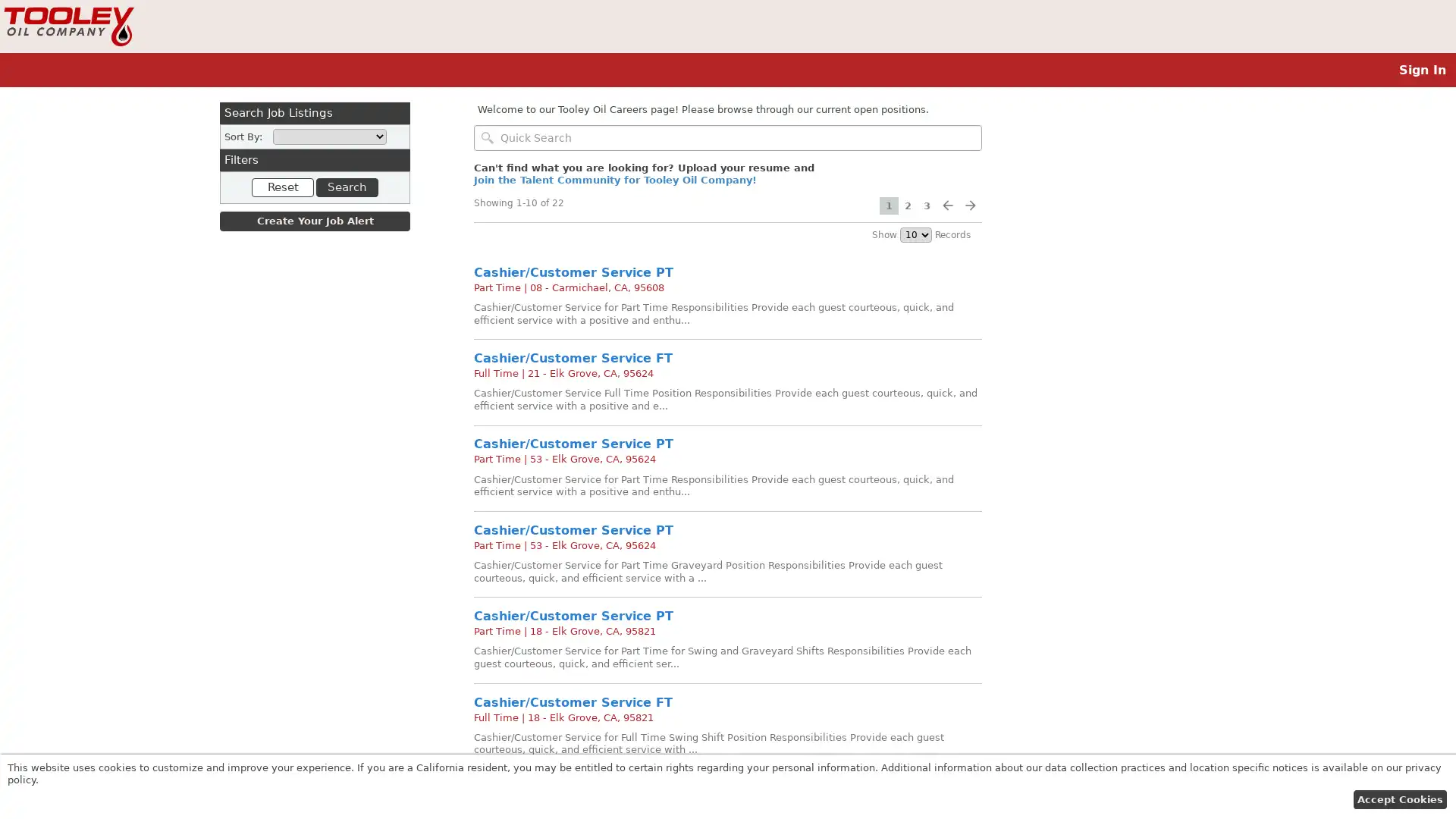 The width and height of the screenshot is (1456, 819). What do you see at coordinates (283, 186) in the screenshot?
I see `Reset` at bounding box center [283, 186].